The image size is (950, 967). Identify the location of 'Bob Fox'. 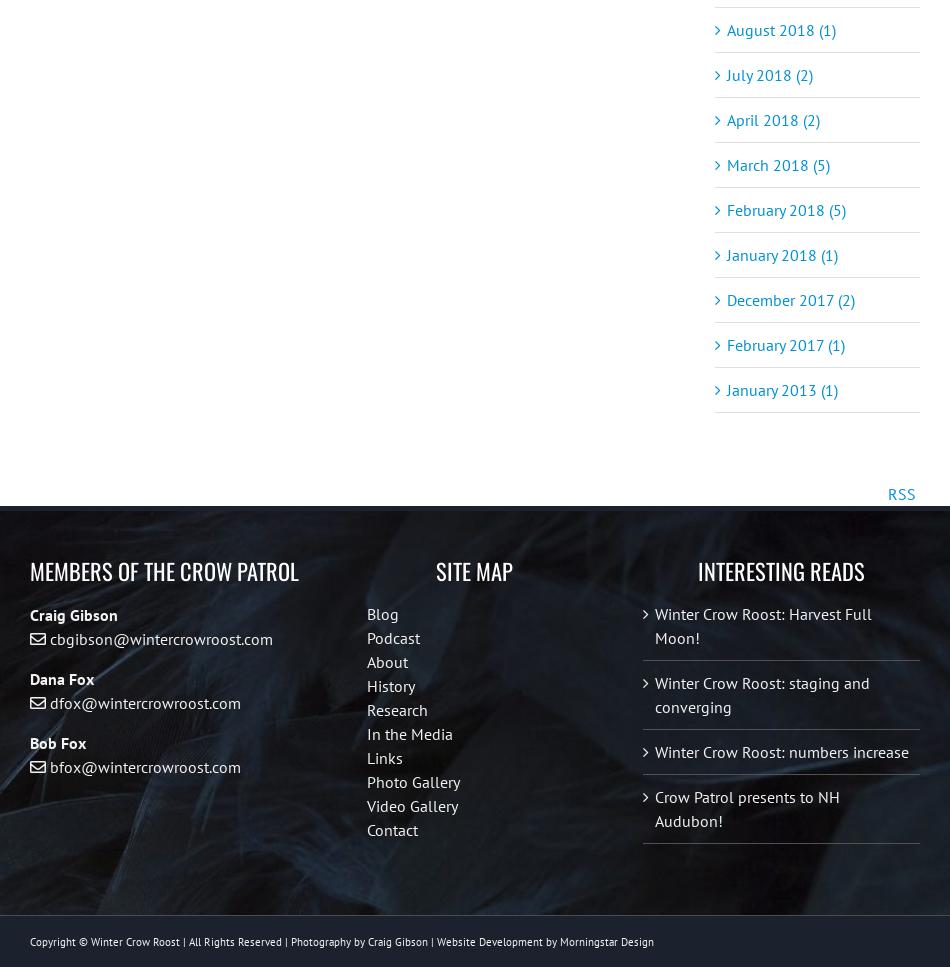
(58, 753).